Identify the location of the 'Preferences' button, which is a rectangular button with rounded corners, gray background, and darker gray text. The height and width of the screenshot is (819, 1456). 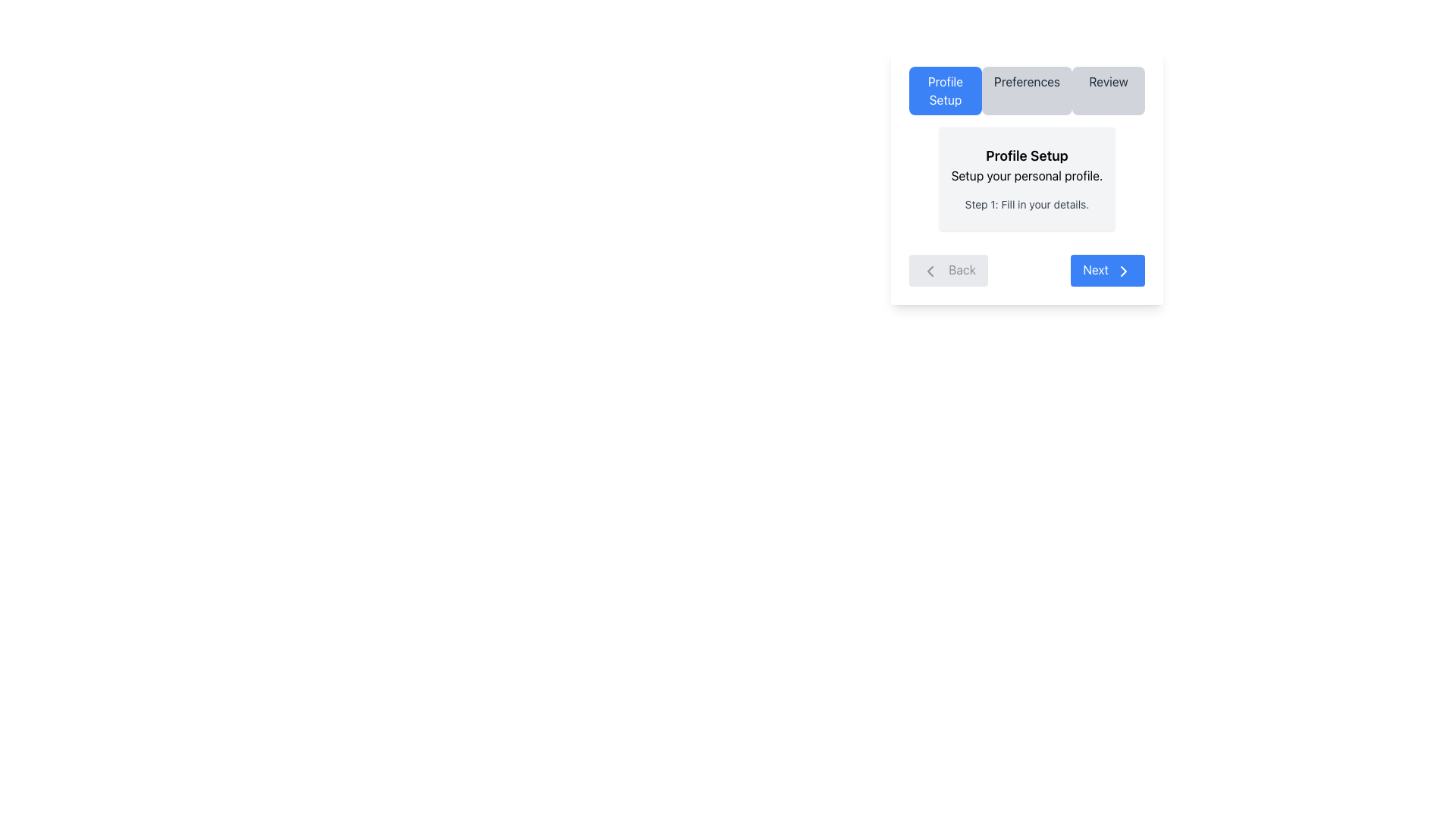
(1027, 90).